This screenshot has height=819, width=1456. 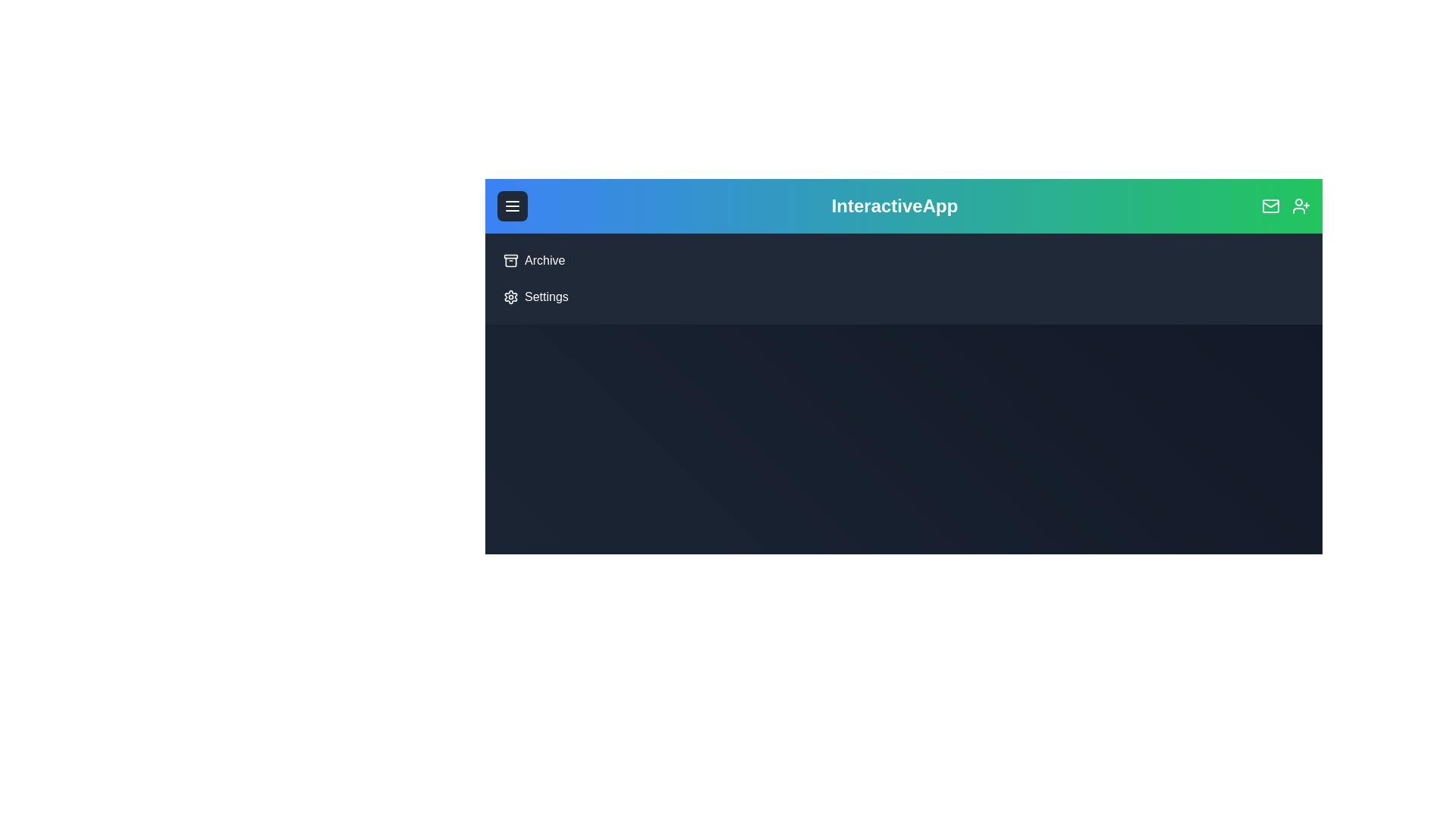 I want to click on the 'Mail' icon, so click(x=1270, y=206).